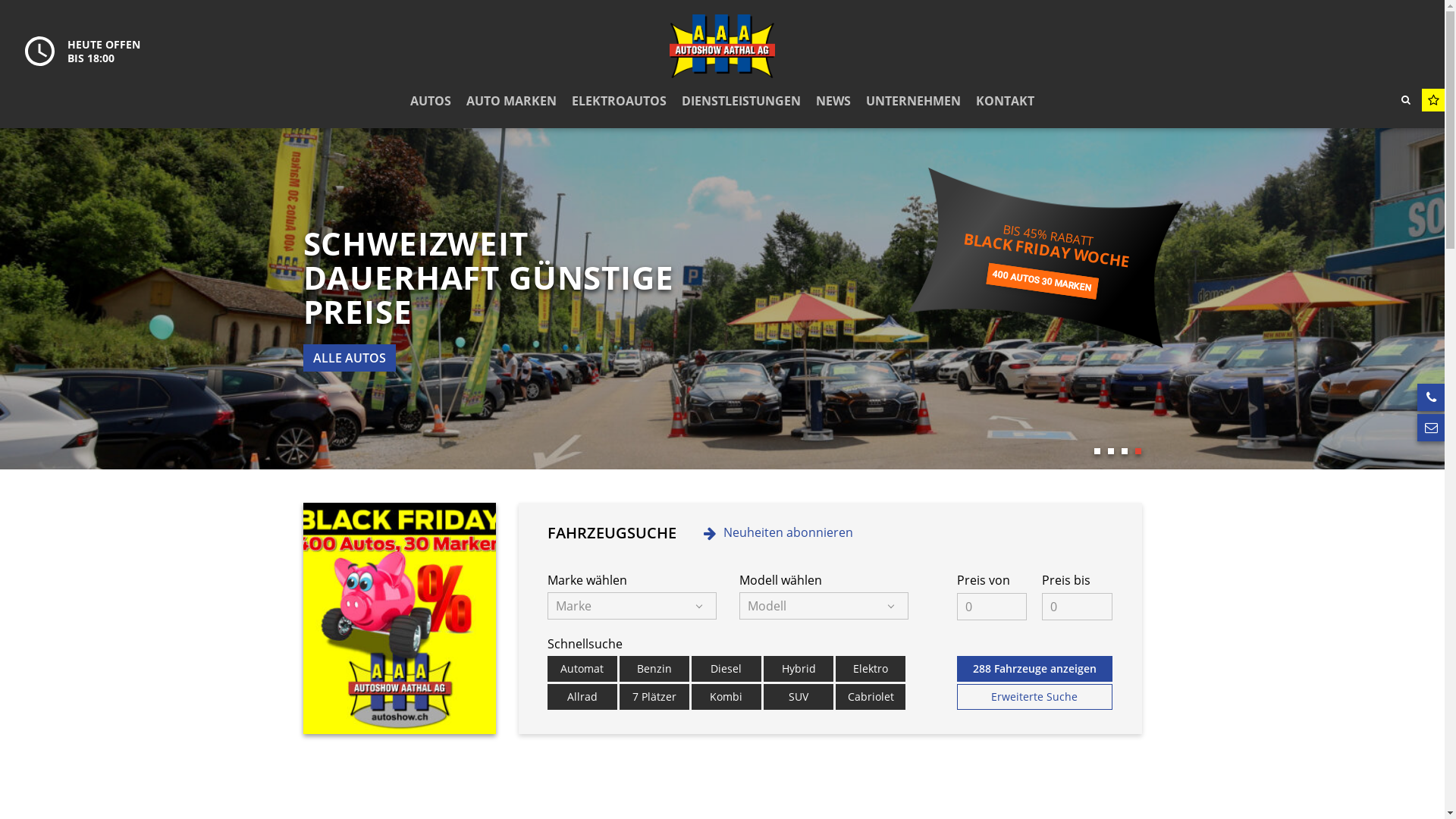  I want to click on 'DIENSTLEISTUNGEN', so click(741, 101).